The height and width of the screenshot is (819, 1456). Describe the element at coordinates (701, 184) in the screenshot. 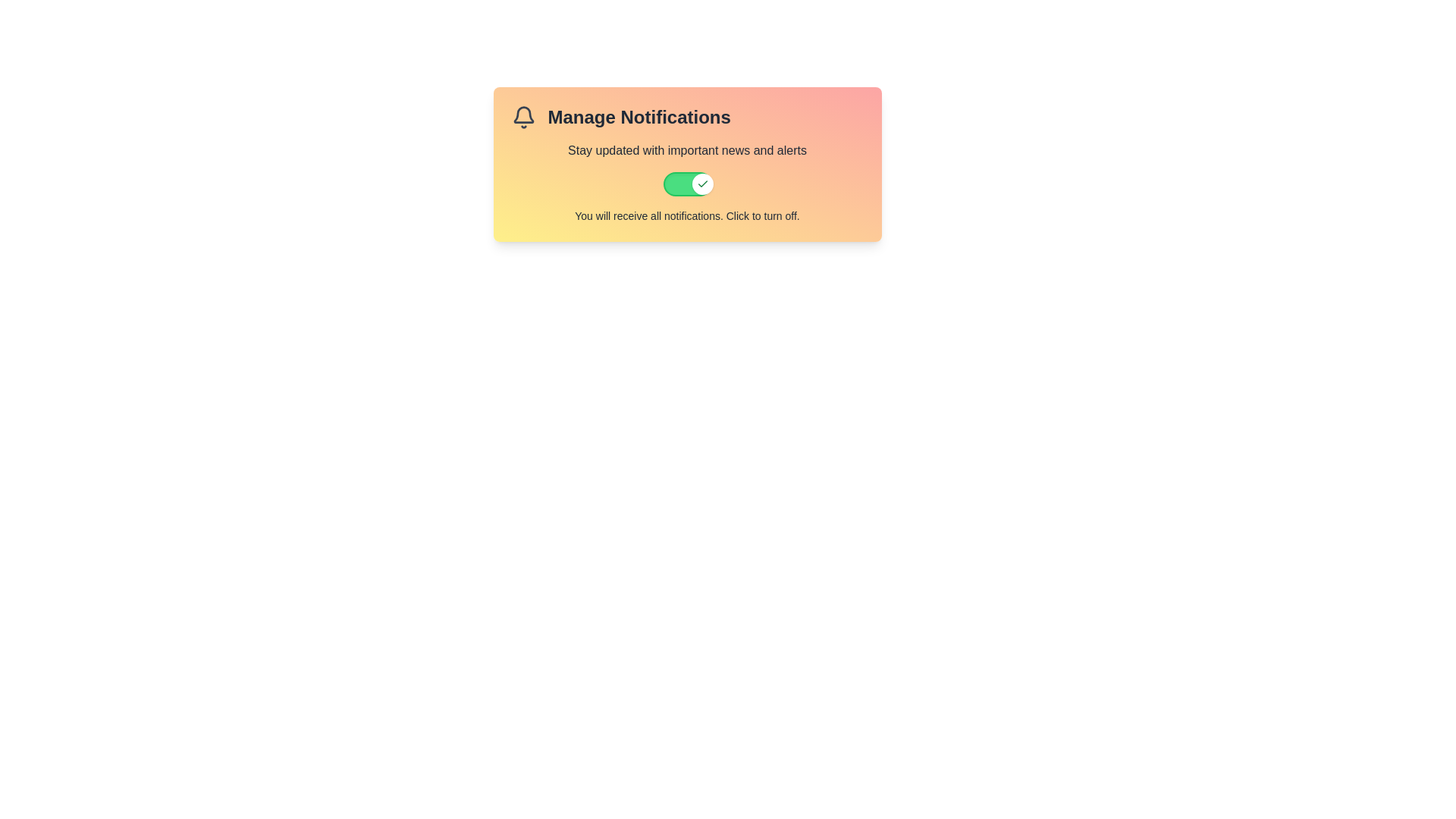

I see `the toggle knob button located on the right side of the switch control` at that location.